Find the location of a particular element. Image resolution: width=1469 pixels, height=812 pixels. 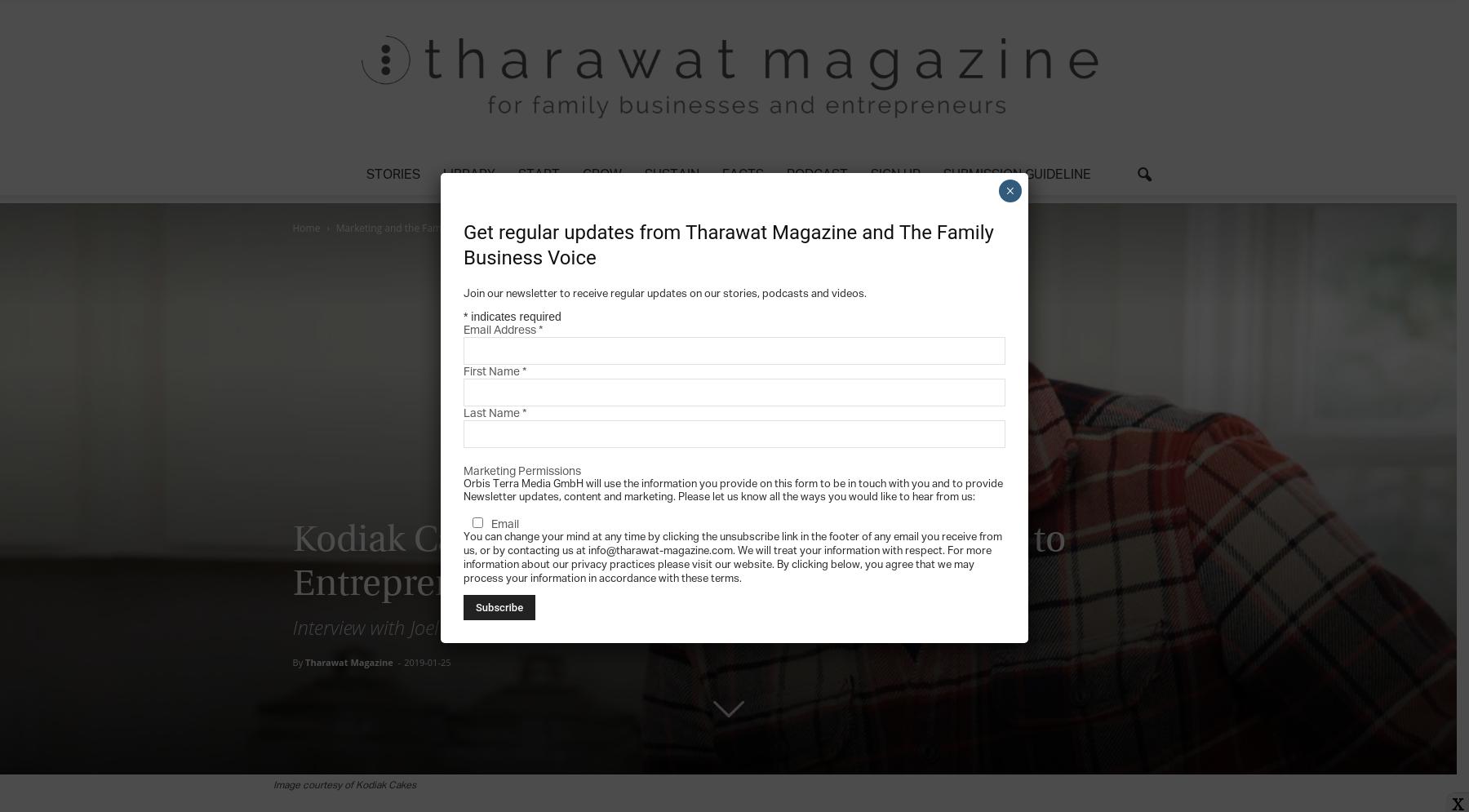

'Orbis Terra Media GmbH will use the information you provide on this form to be in touch with you and to provide Newsletter updates, content and marketing. Please let us know all the ways you would like to hear from us:' is located at coordinates (733, 489).